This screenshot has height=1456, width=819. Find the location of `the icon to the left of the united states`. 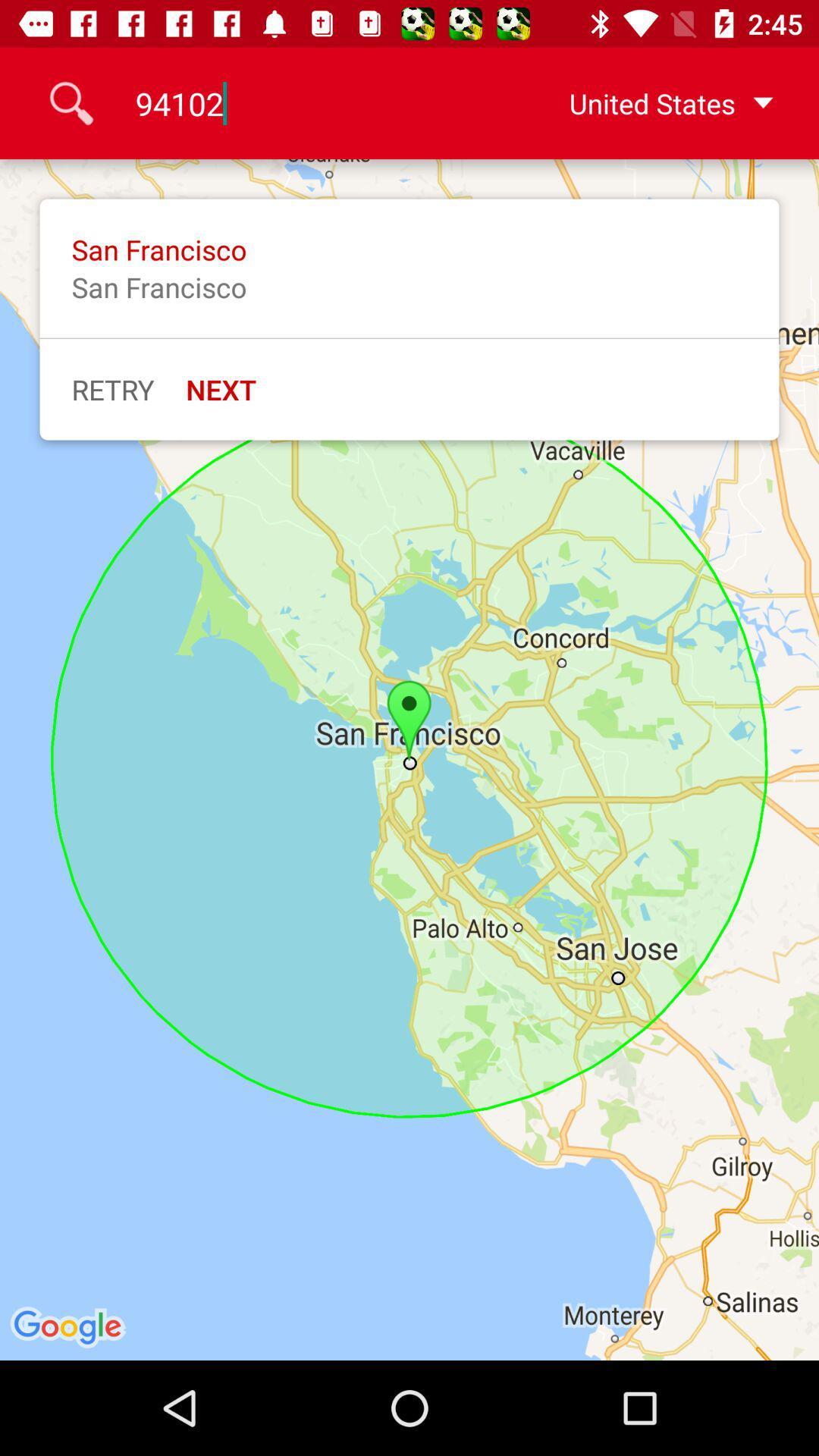

the icon to the left of the united states is located at coordinates (309, 102).